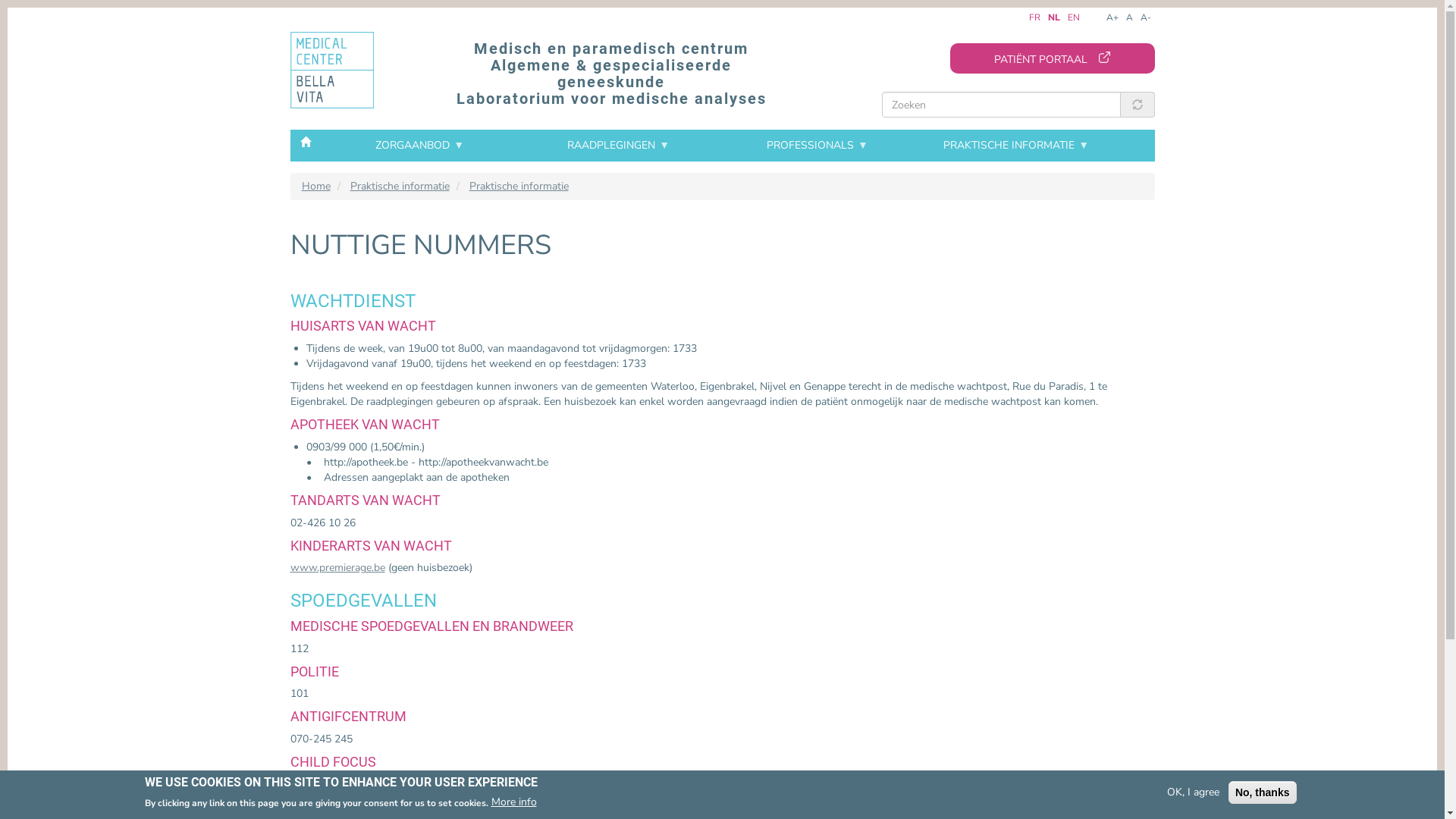  Describe the element at coordinates (387, 262) in the screenshot. I see `'HUISARTSEN'` at that location.